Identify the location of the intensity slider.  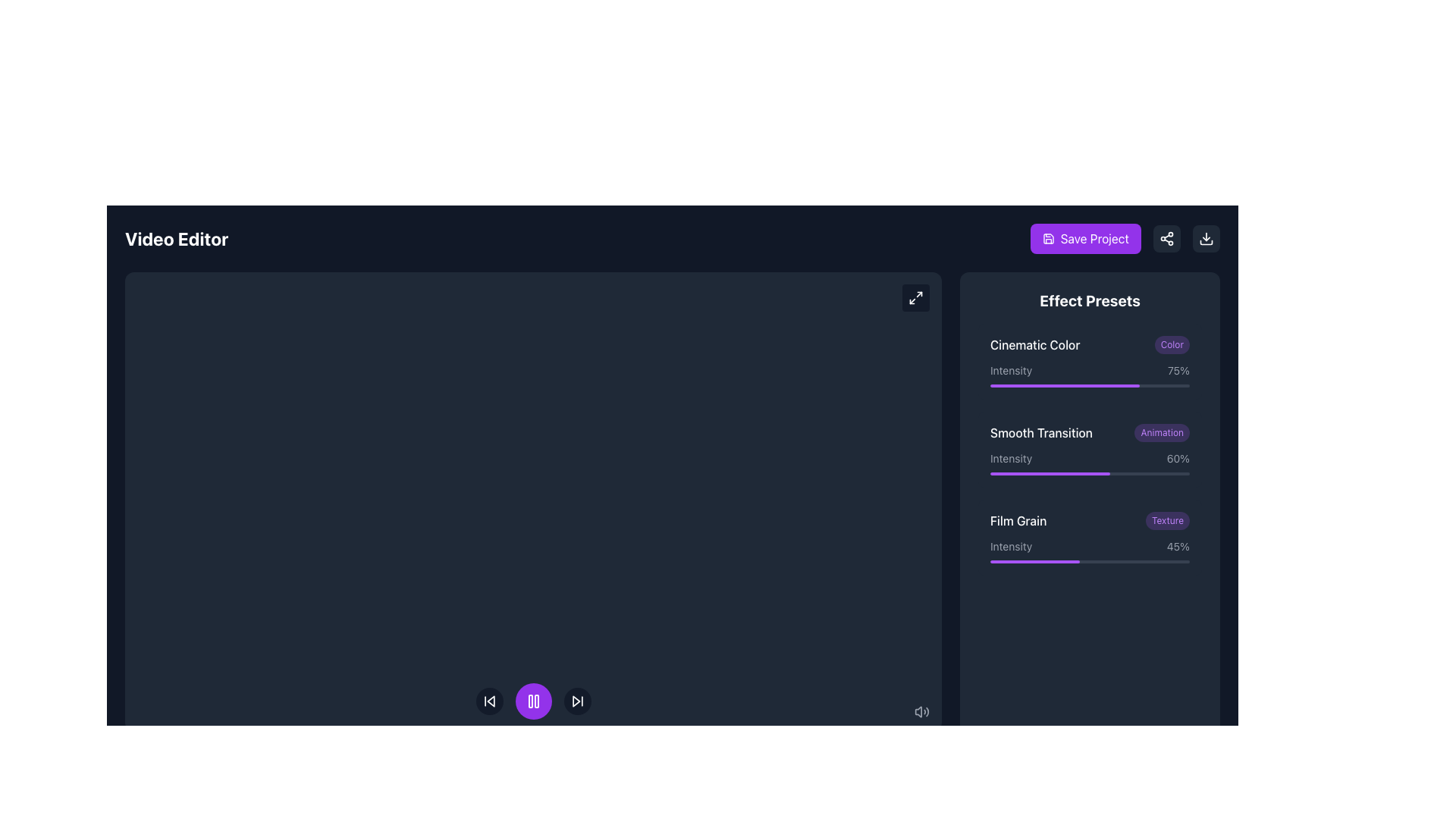
(1067, 561).